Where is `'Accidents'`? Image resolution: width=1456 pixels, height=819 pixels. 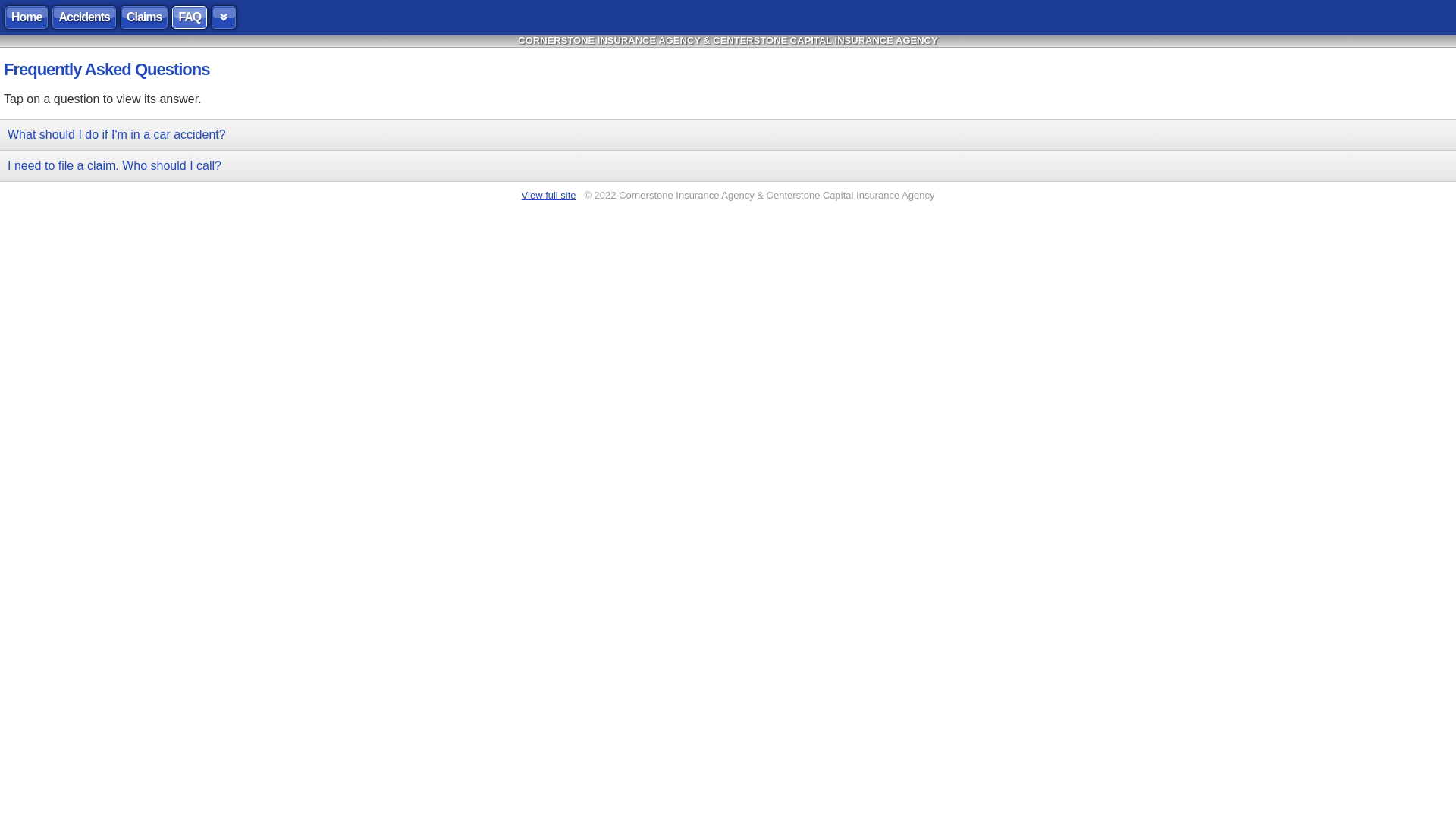
'Accidents' is located at coordinates (83, 17).